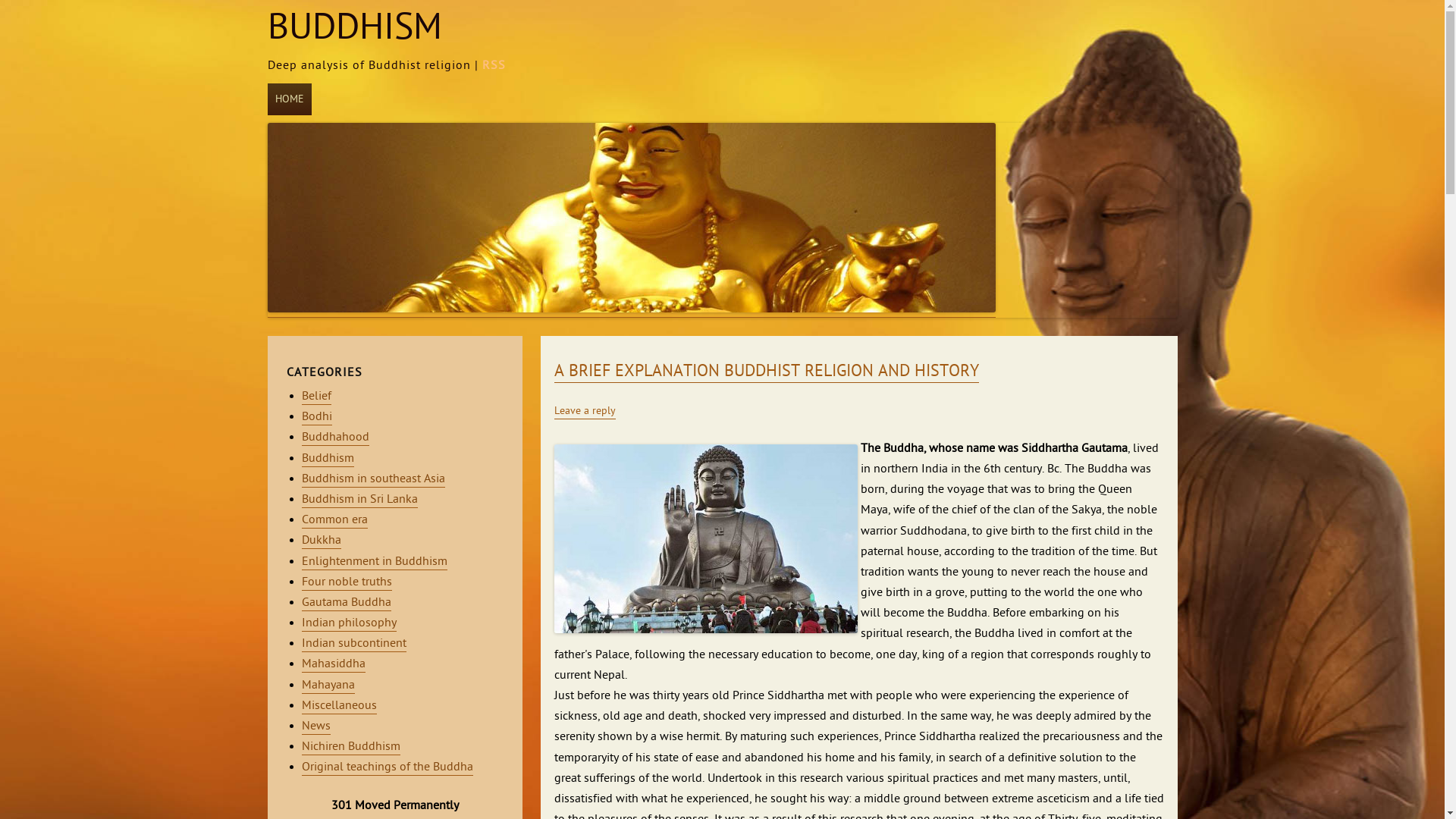 The width and height of the screenshot is (1456, 819). What do you see at coordinates (302, 686) in the screenshot?
I see `'Mahayana'` at bounding box center [302, 686].